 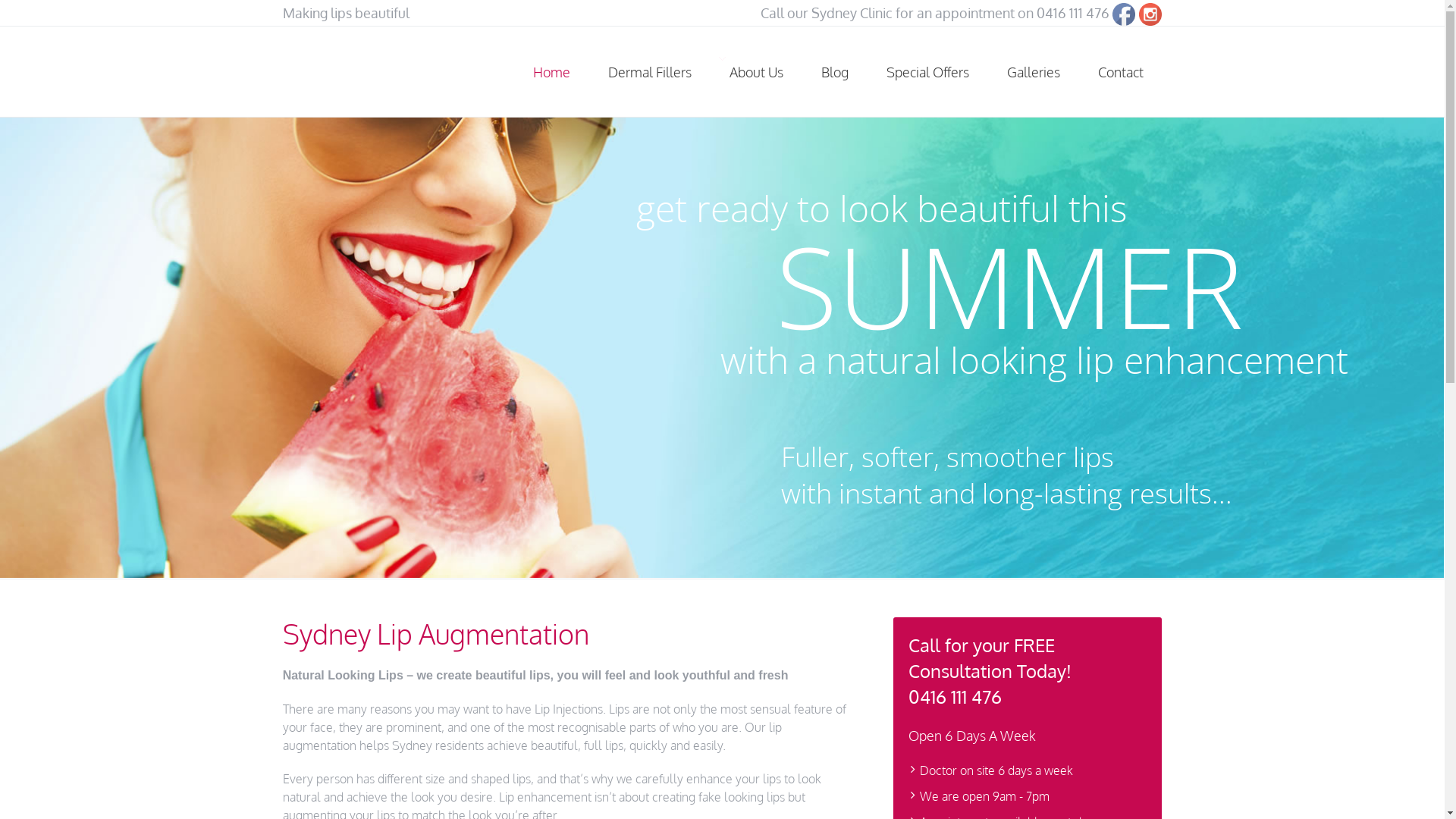 I want to click on 'About Us', so click(x=755, y=72).